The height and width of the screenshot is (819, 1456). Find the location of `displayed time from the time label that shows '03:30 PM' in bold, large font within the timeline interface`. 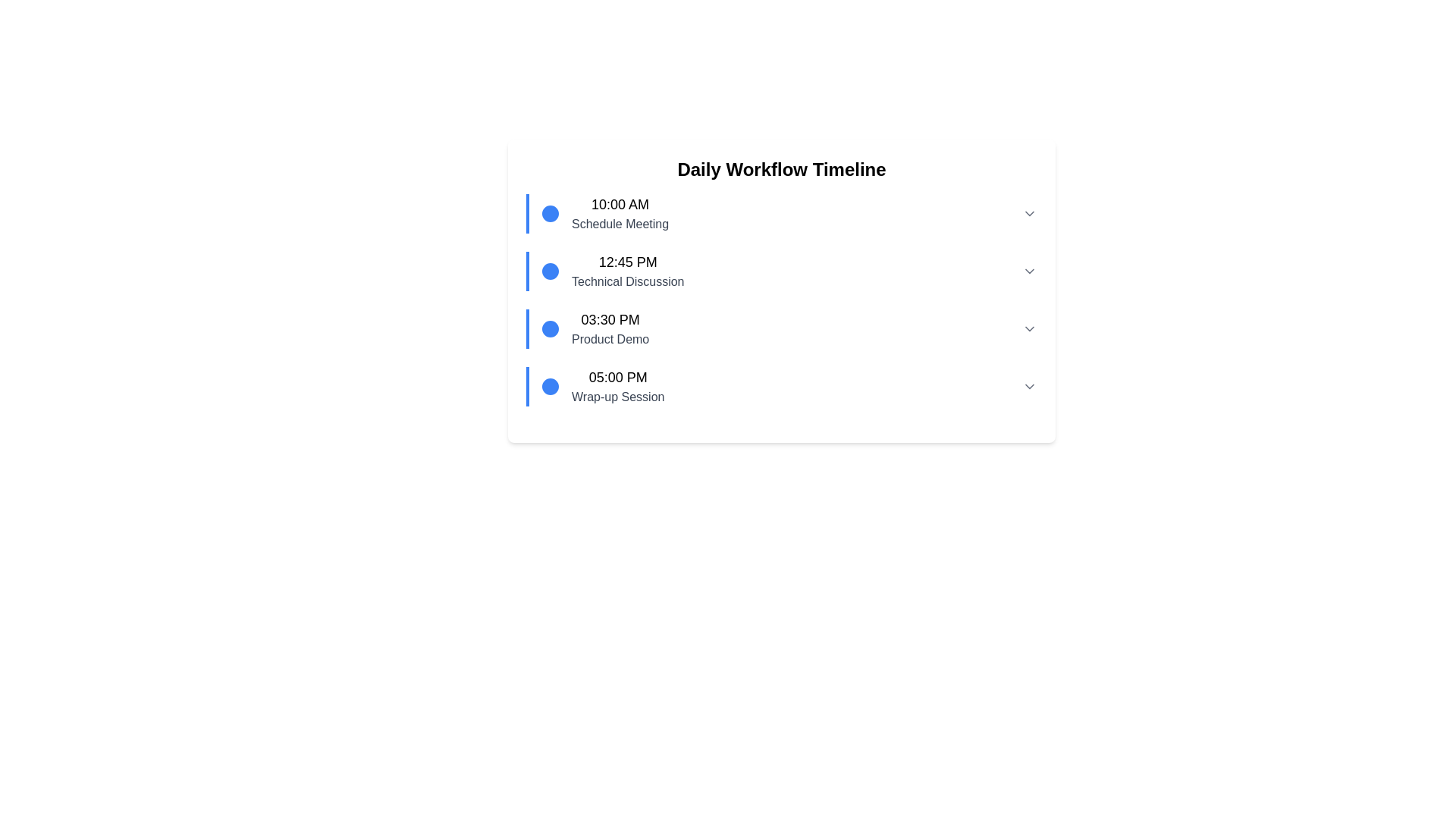

displayed time from the time label that shows '03:30 PM' in bold, large font within the timeline interface is located at coordinates (610, 318).